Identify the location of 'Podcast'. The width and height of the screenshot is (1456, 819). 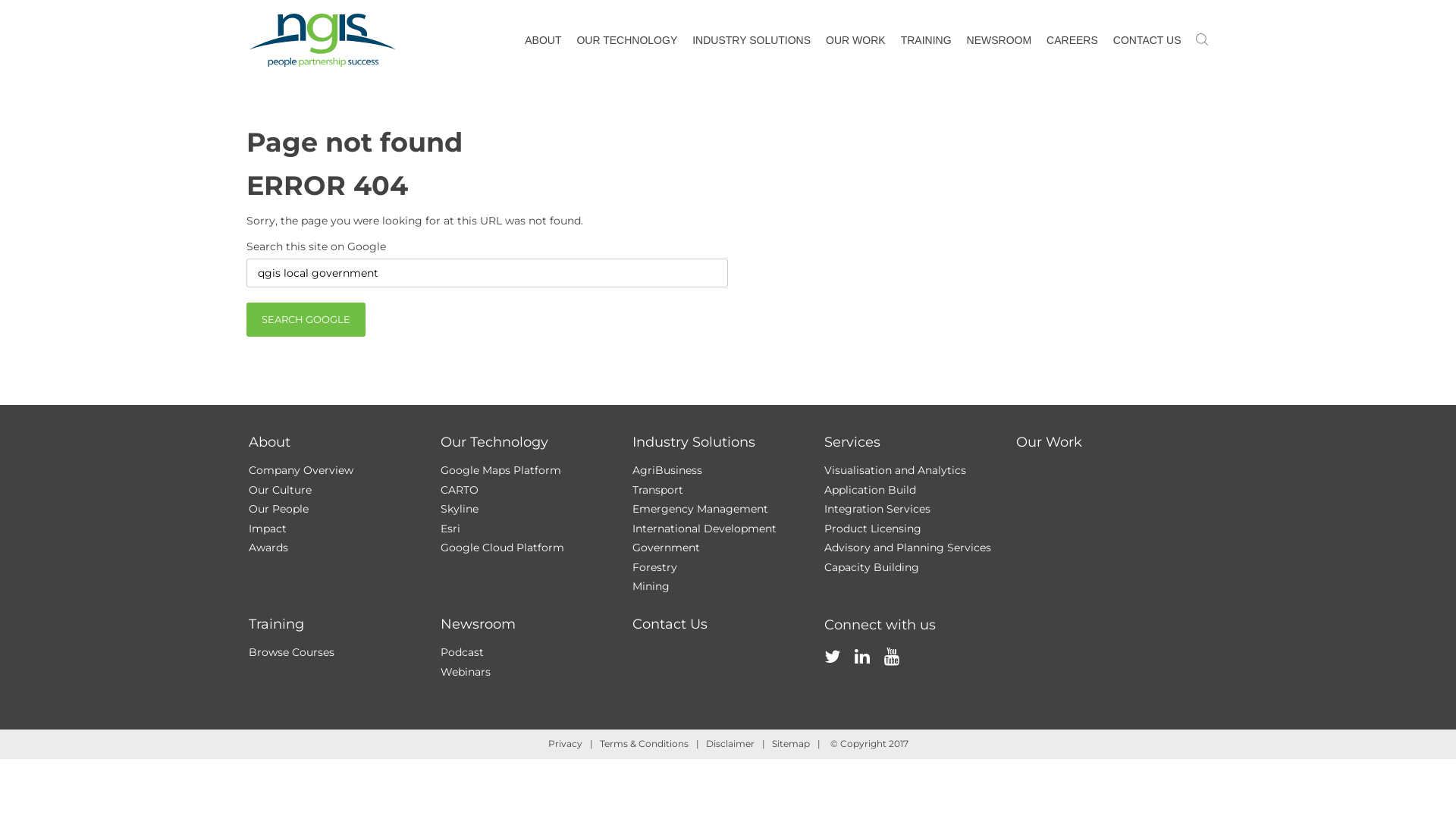
(460, 651).